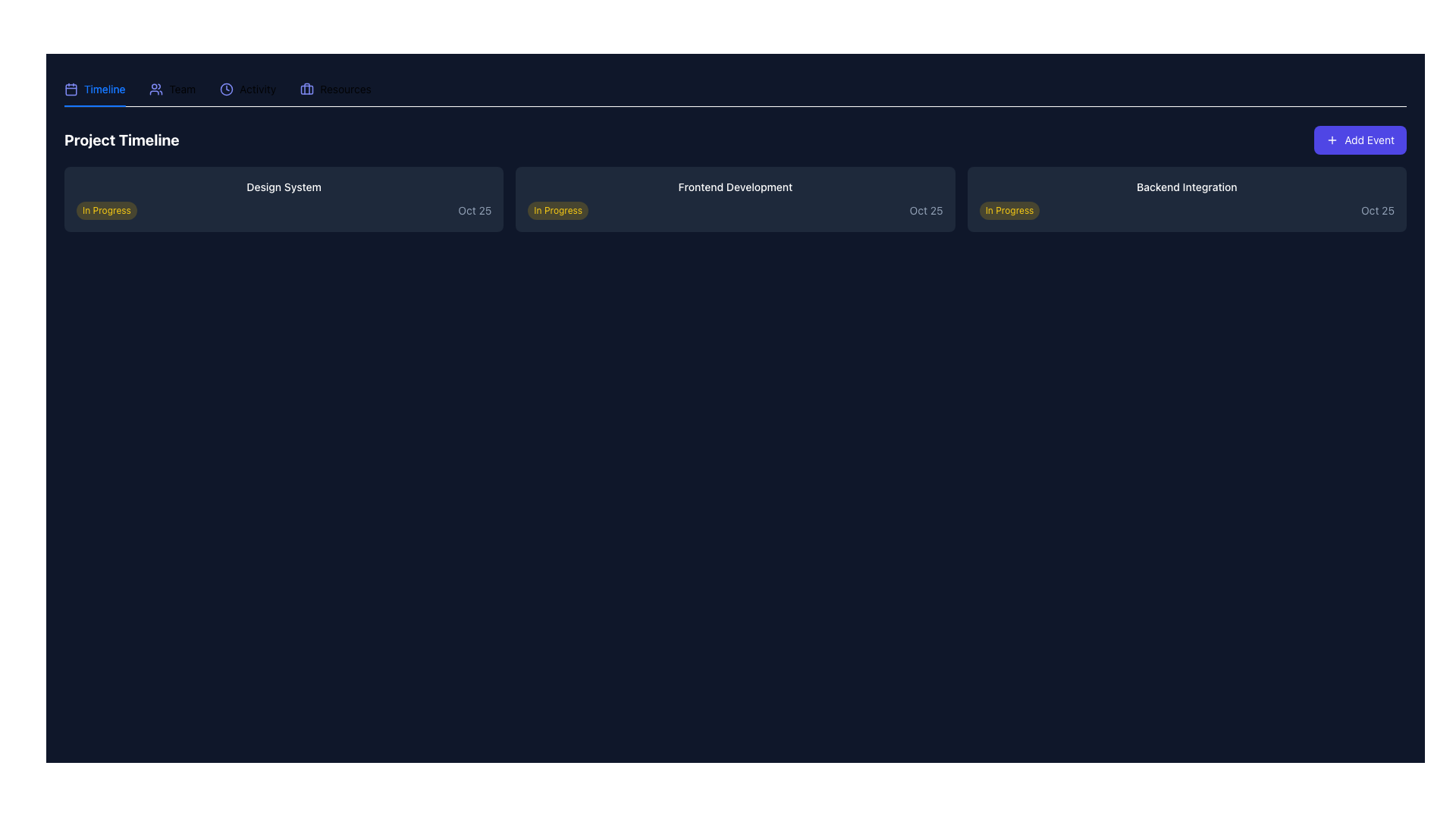 The height and width of the screenshot is (819, 1456). I want to click on the static text displaying the date 'Oct 25' which is located on the far right side of the timeline item titled 'Backend Integration', adjacent to the 'In Progress' status badge, so click(1377, 210).